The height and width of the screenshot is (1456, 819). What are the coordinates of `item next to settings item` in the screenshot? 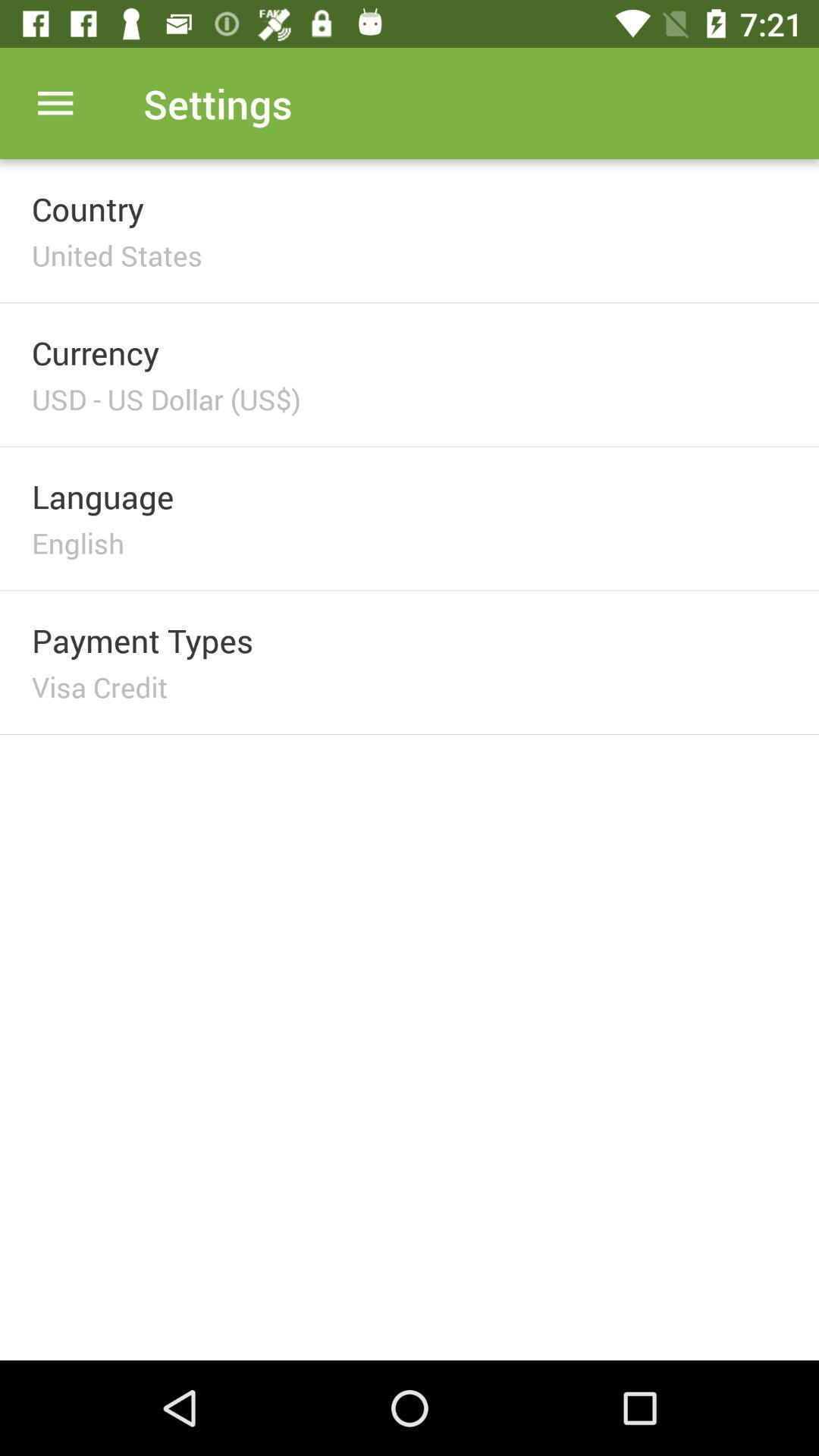 It's located at (55, 102).